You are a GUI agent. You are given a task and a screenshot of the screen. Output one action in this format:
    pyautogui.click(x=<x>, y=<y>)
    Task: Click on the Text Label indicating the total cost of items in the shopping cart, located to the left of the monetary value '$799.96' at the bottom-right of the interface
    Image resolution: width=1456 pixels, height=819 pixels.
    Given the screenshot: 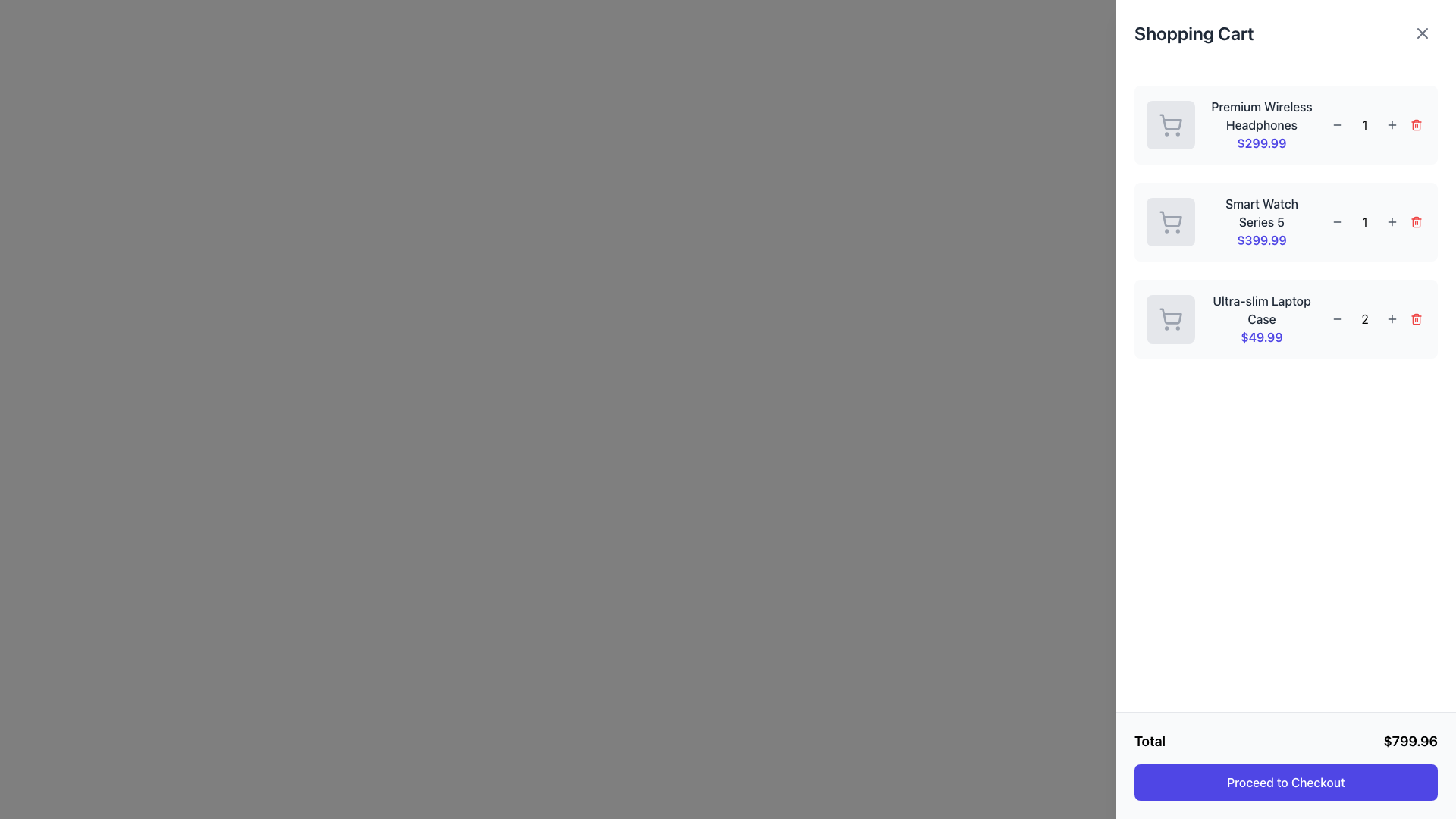 What is the action you would take?
    pyautogui.click(x=1150, y=741)
    